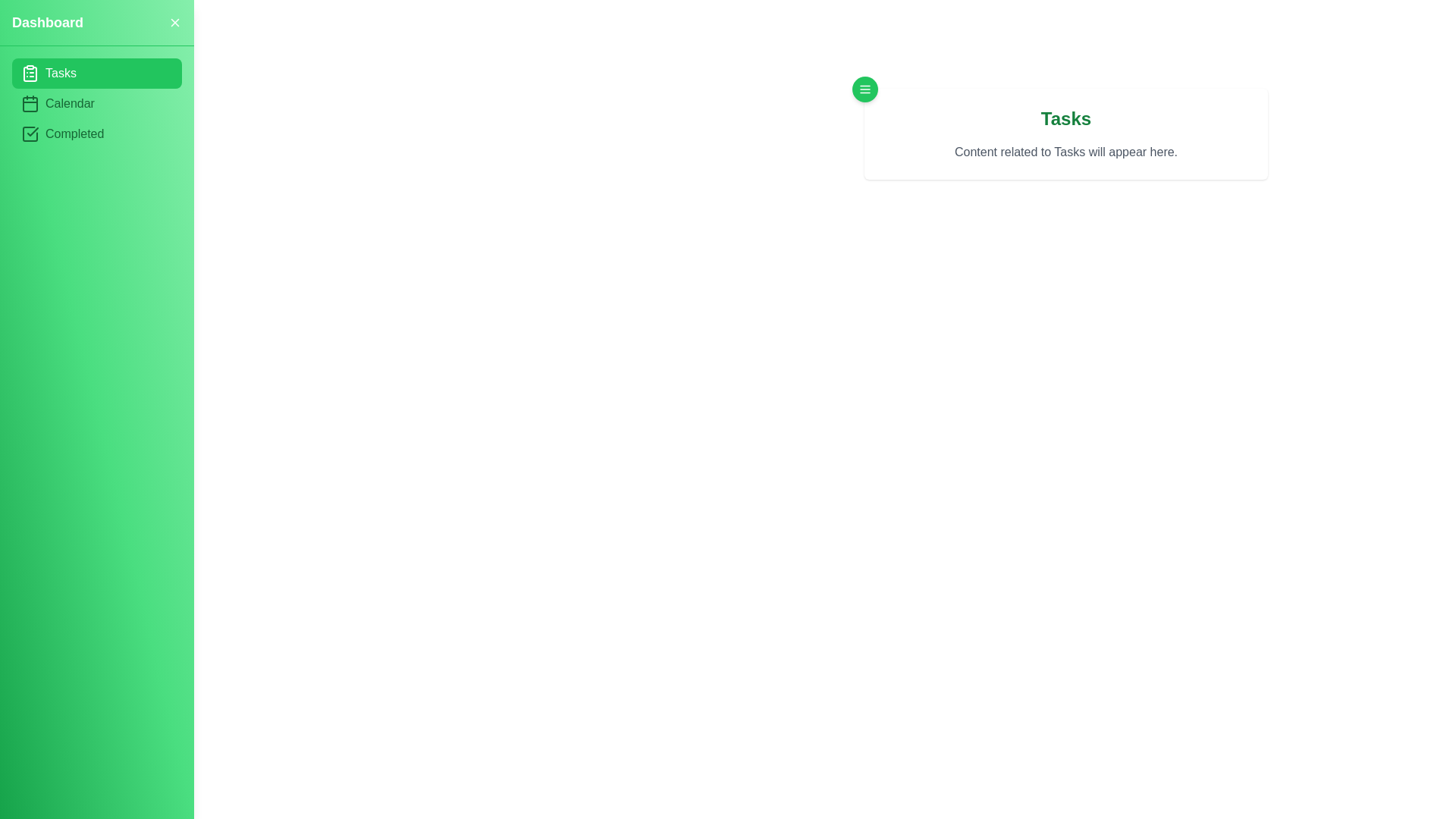 Image resolution: width=1456 pixels, height=819 pixels. Describe the element at coordinates (174, 23) in the screenshot. I see `the close button in the drawer menu to close it` at that location.